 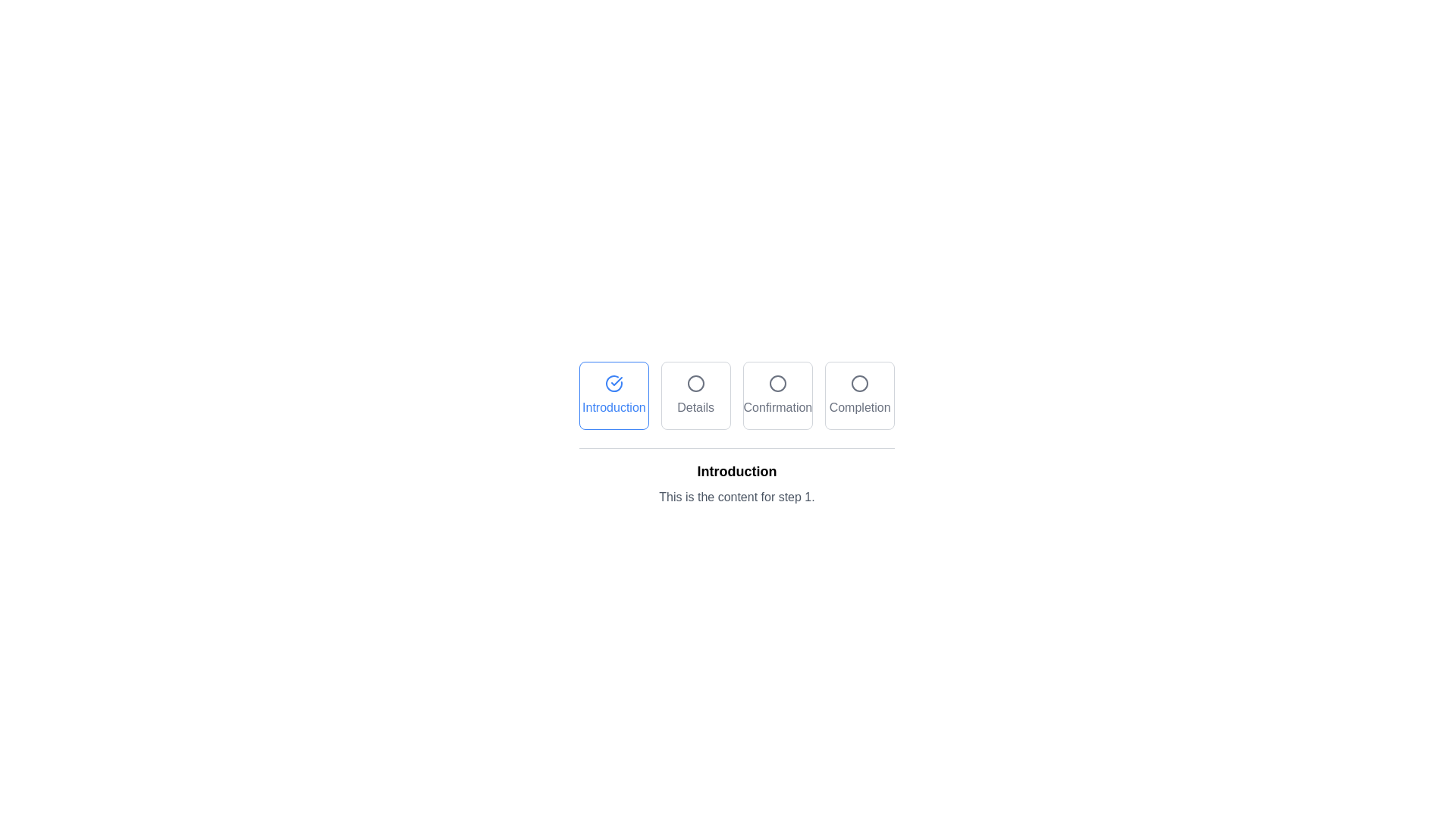 I want to click on the Circle SVG graphic element that visually represents the 'Completion' step in the fourth step indicator of the stepper navigation component, located beneath the label 'Completion', so click(x=860, y=382).